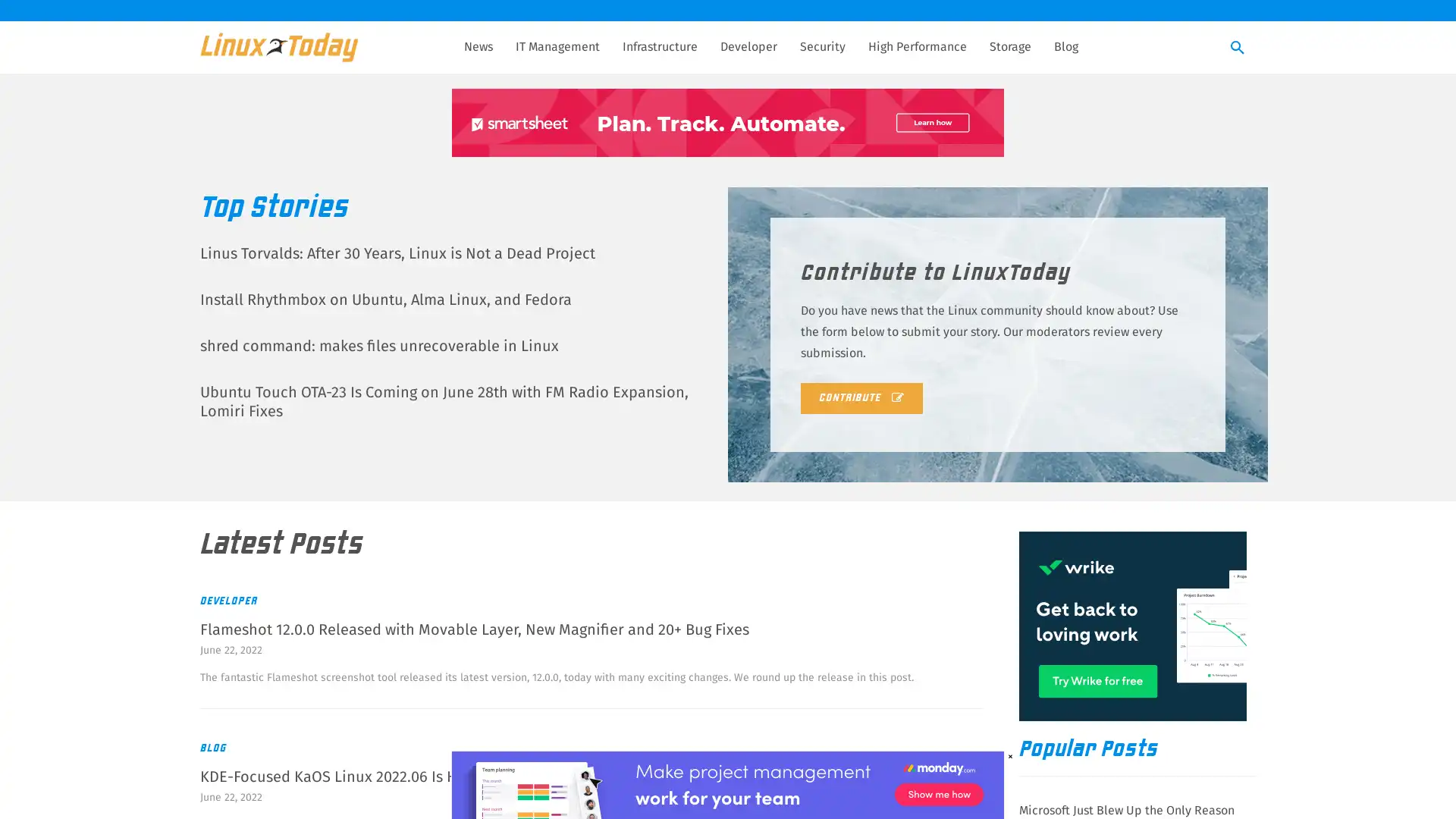  What do you see at coordinates (1238, 48) in the screenshot?
I see `Search` at bounding box center [1238, 48].